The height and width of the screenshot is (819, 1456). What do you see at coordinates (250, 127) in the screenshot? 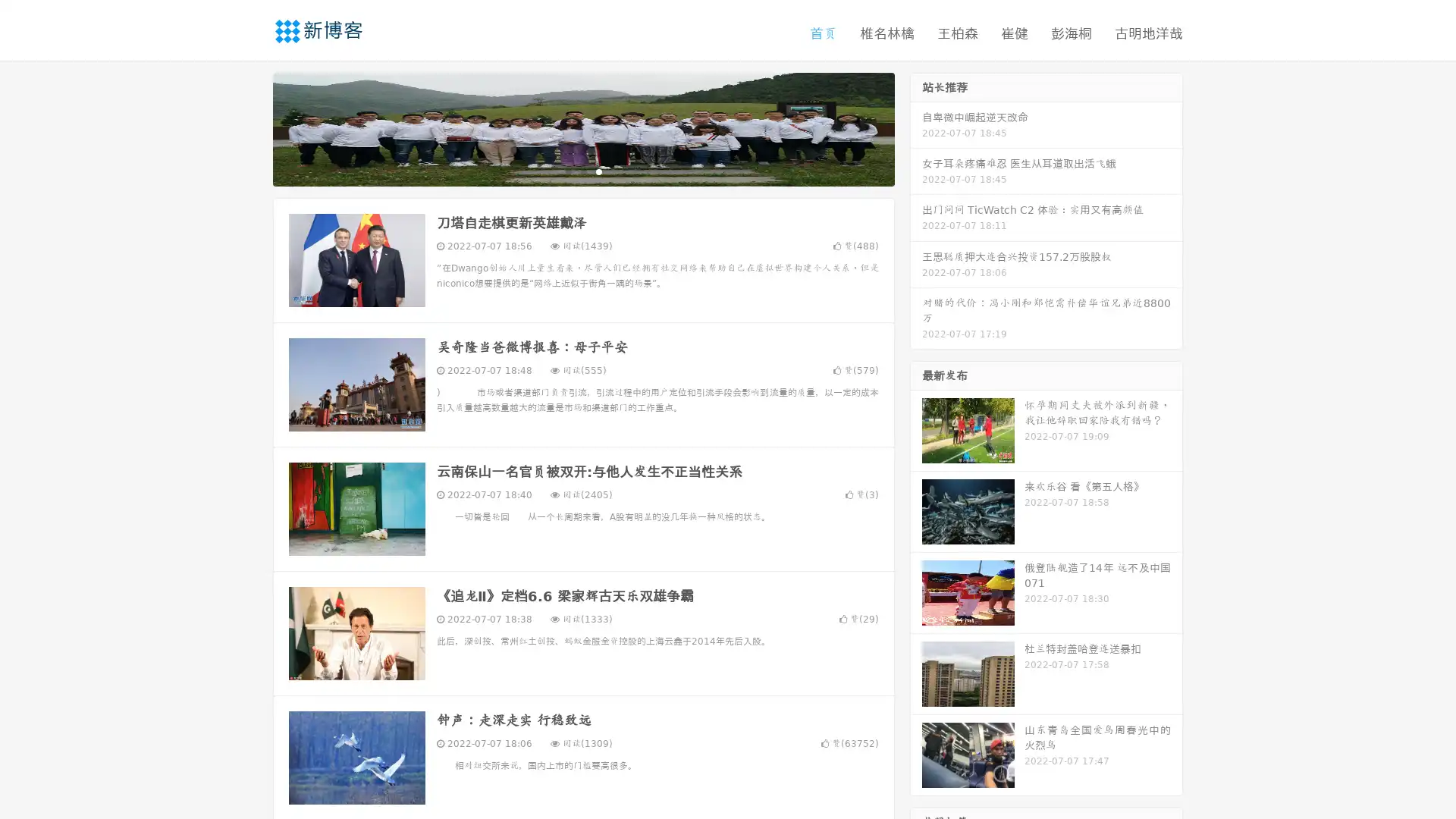
I see `Previous slide` at bounding box center [250, 127].